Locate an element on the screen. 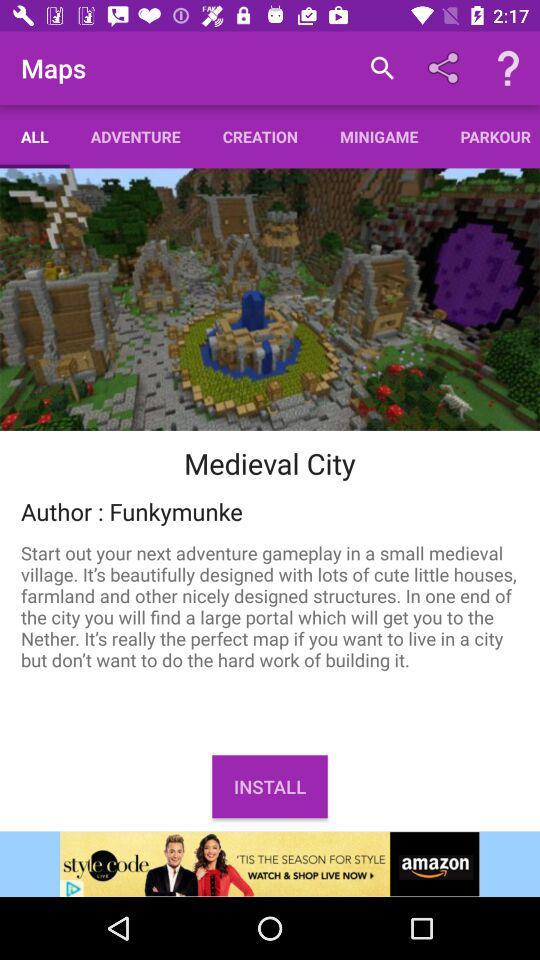  help is located at coordinates (508, 68).